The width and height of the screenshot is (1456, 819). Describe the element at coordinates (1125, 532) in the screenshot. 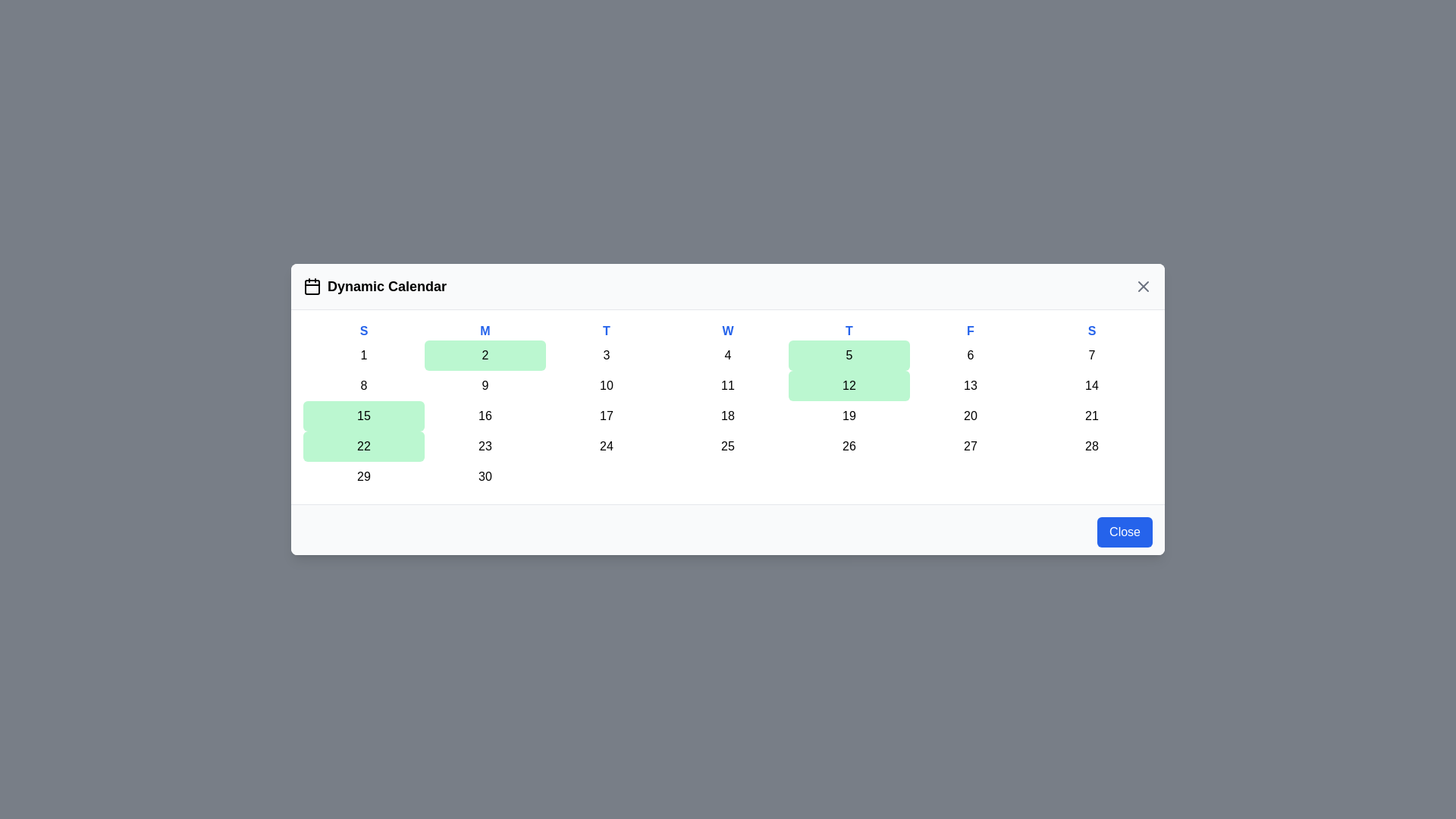

I see `the 'Close' button at the bottom-right of the component` at that location.